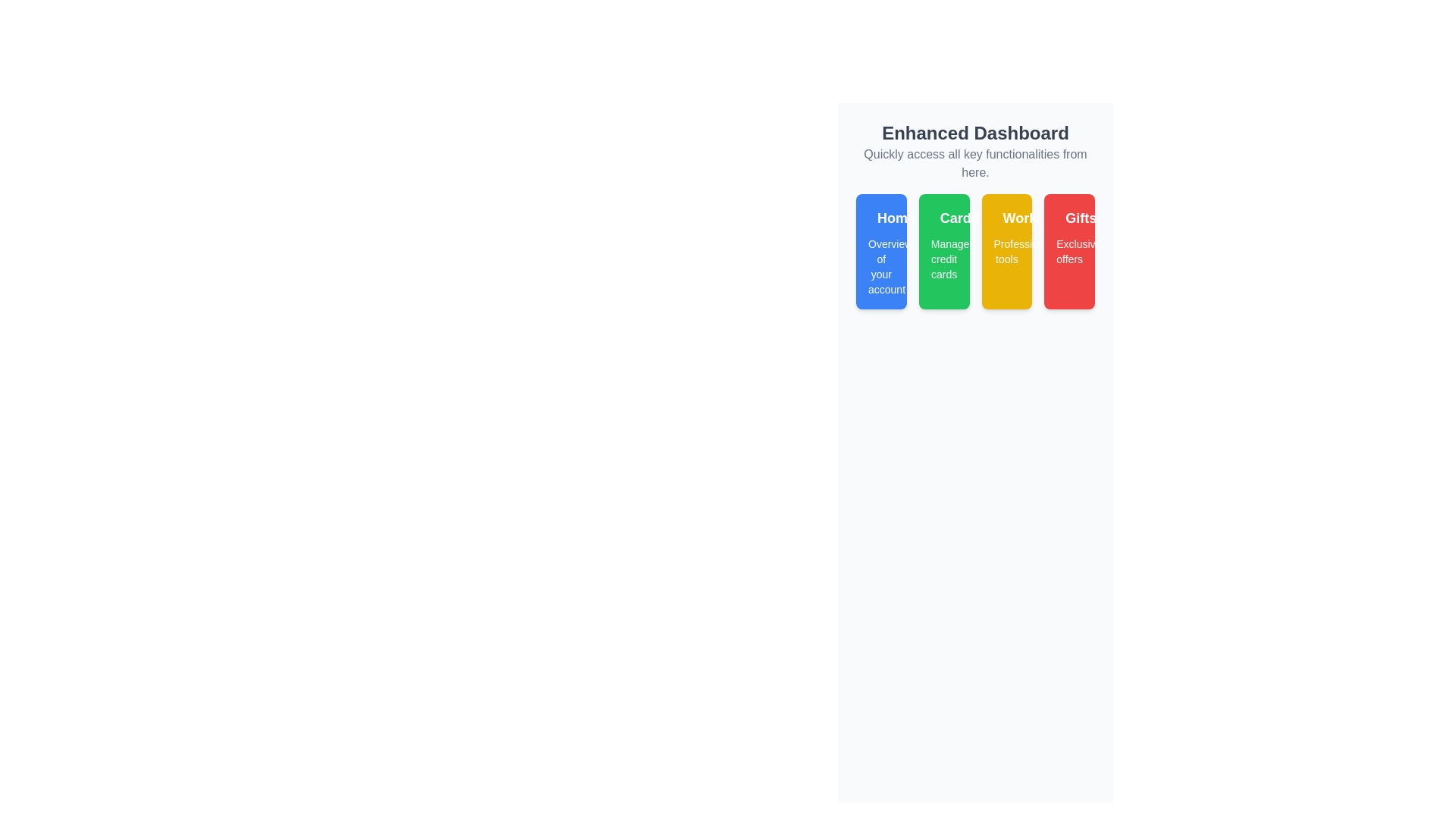 Image resolution: width=1456 pixels, height=819 pixels. What do you see at coordinates (943, 218) in the screenshot?
I see `the green rectangular component with the white text label 'Cards', which is the second item in a row of components related to managing credit cards` at bounding box center [943, 218].